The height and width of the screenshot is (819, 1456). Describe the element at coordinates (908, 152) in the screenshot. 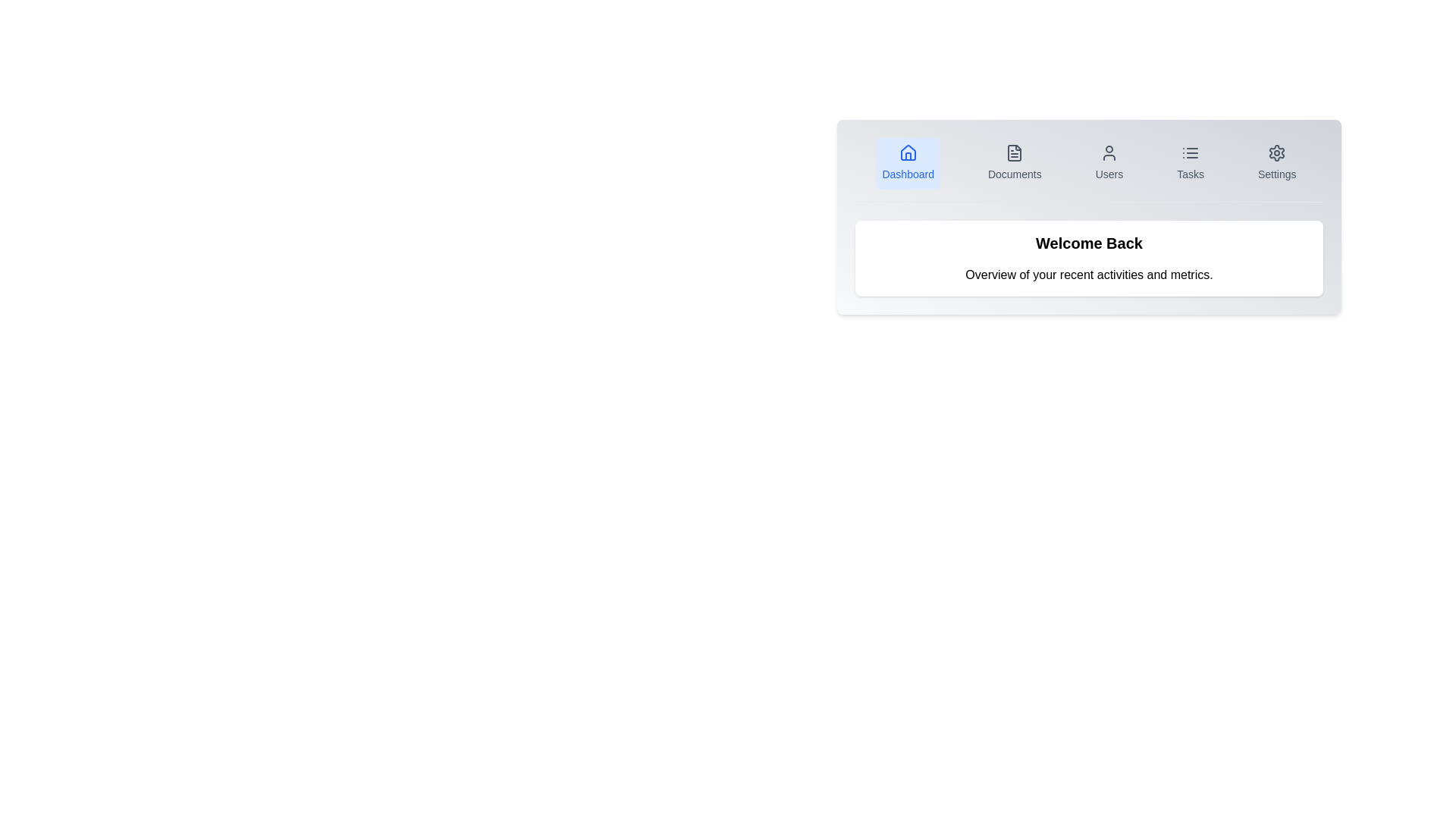

I see `the Dashboard icon located at the top-left of the horizontal navigation bar, which serves as a symbolic representation for the Dashboard button` at that location.